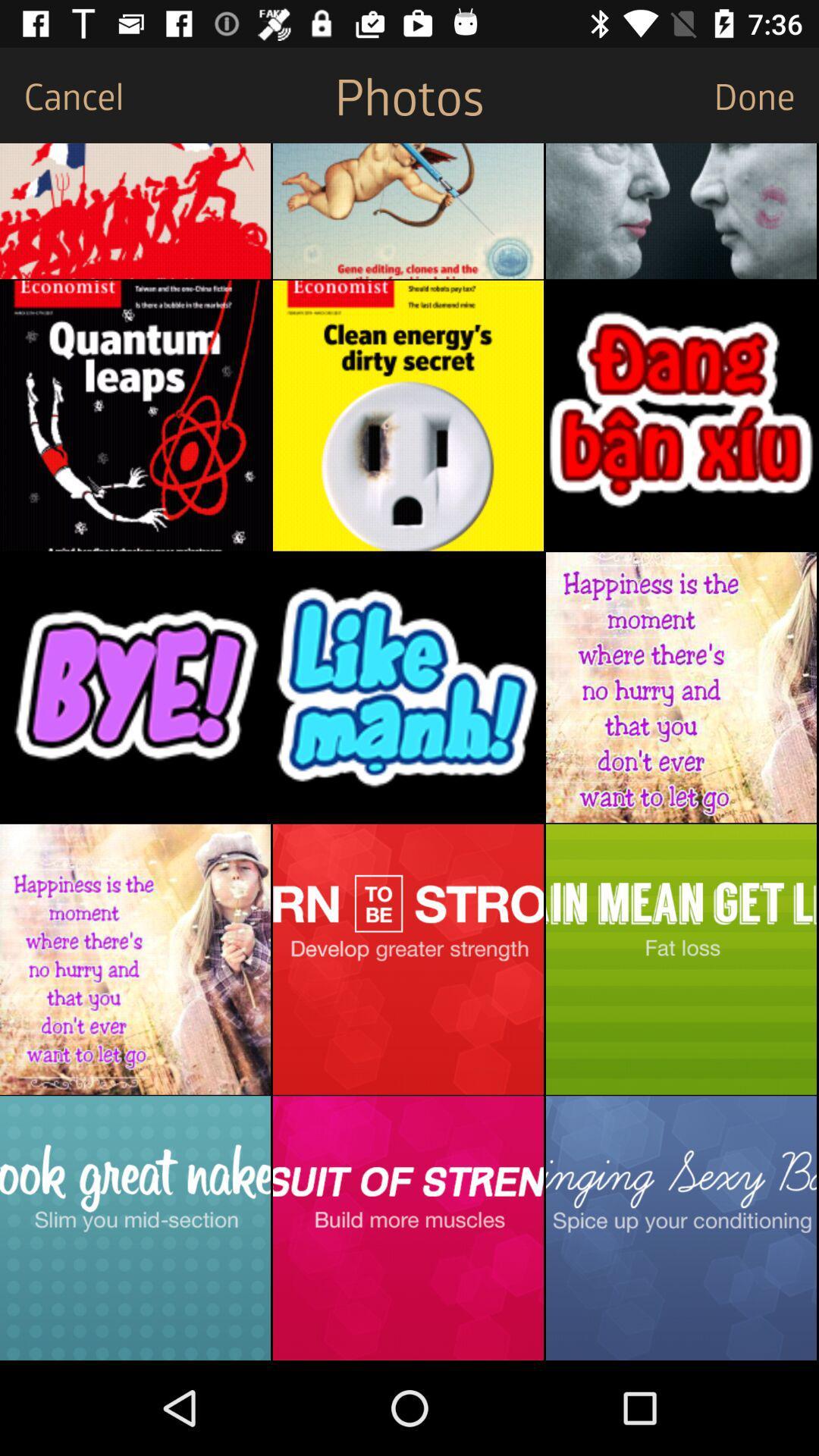 The width and height of the screenshot is (819, 1456). What do you see at coordinates (134, 1228) in the screenshot?
I see `see options for slimming mid-section` at bounding box center [134, 1228].